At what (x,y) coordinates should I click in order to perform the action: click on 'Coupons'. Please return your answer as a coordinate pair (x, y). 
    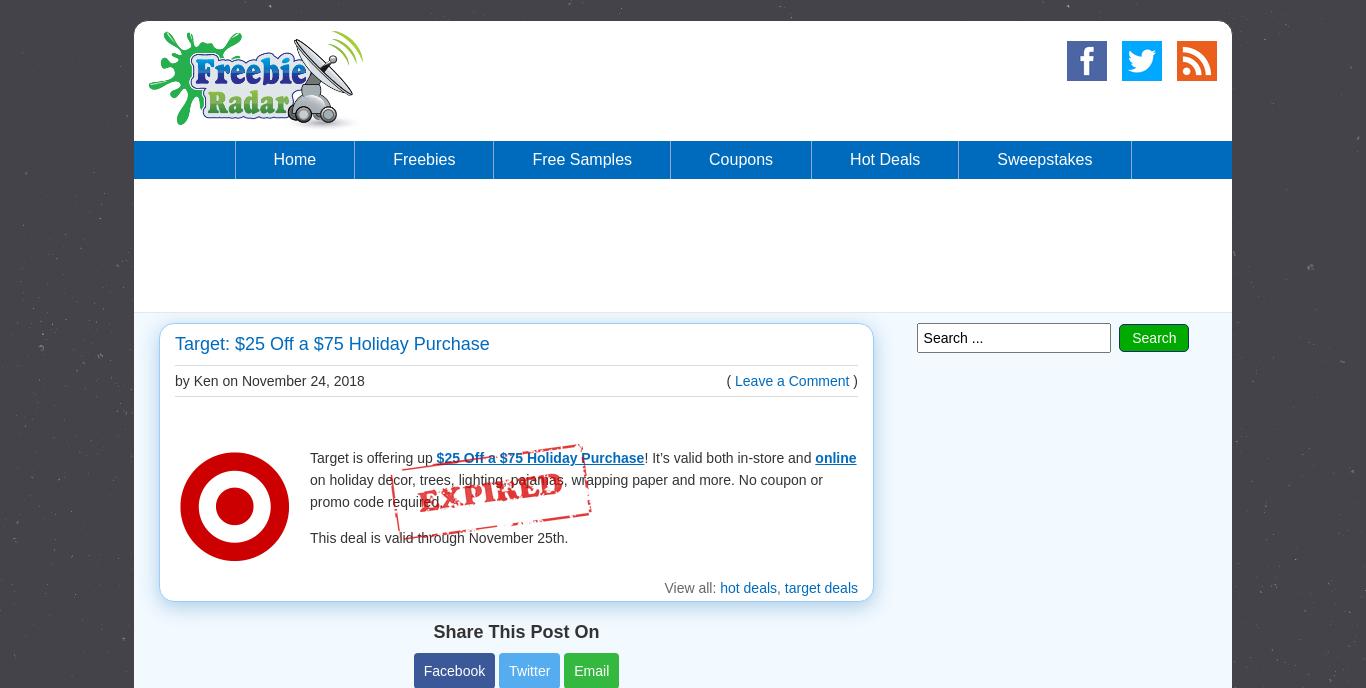
    Looking at the image, I should click on (741, 158).